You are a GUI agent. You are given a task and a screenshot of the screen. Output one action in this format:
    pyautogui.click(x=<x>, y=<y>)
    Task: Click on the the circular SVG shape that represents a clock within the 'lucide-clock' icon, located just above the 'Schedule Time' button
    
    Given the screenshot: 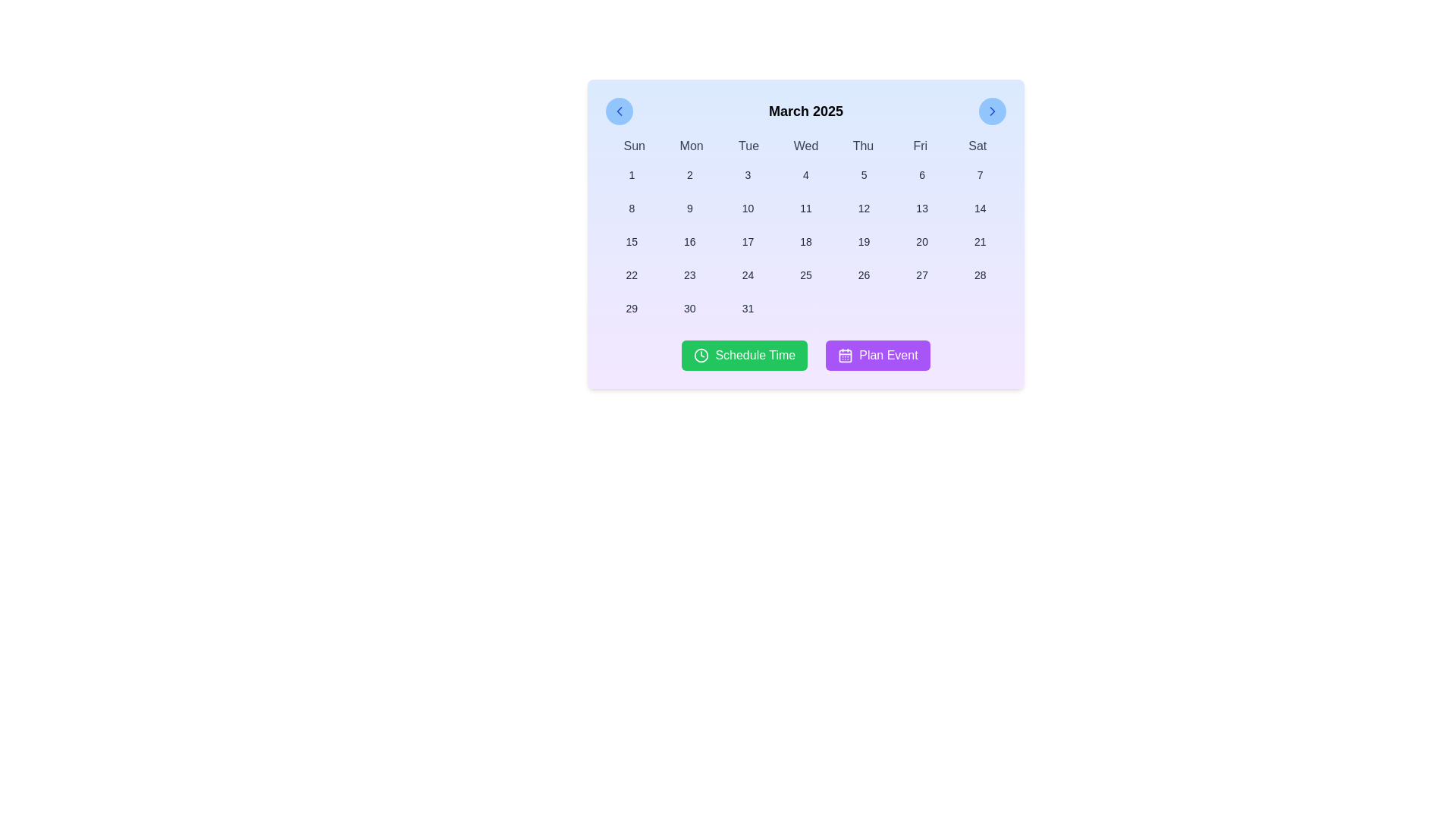 What is the action you would take?
    pyautogui.click(x=701, y=356)
    